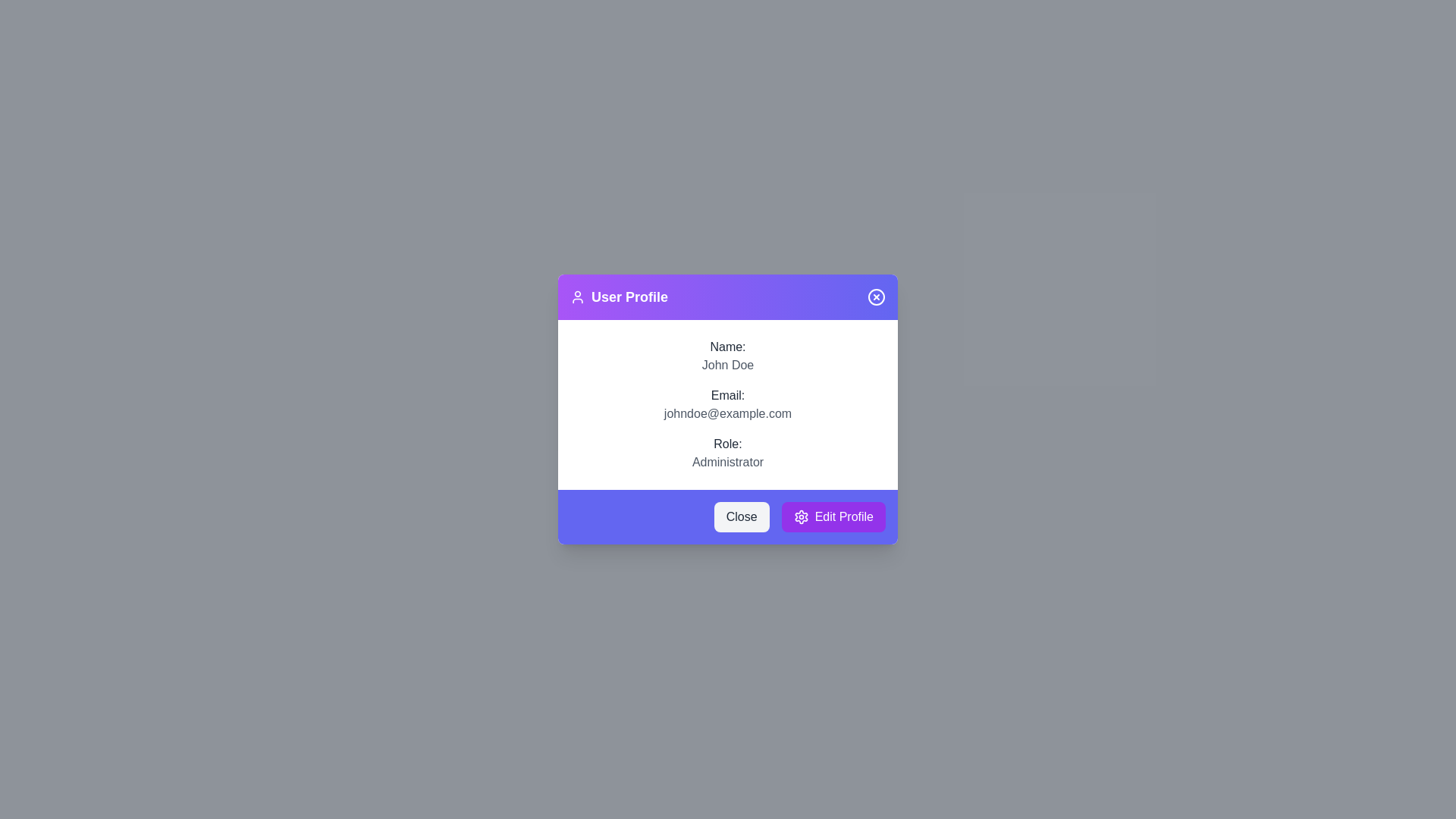 The height and width of the screenshot is (819, 1456). Describe the element at coordinates (742, 516) in the screenshot. I see `the 'Close' button located at the bottom-left corner of the footer section of the modal dialog box` at that location.